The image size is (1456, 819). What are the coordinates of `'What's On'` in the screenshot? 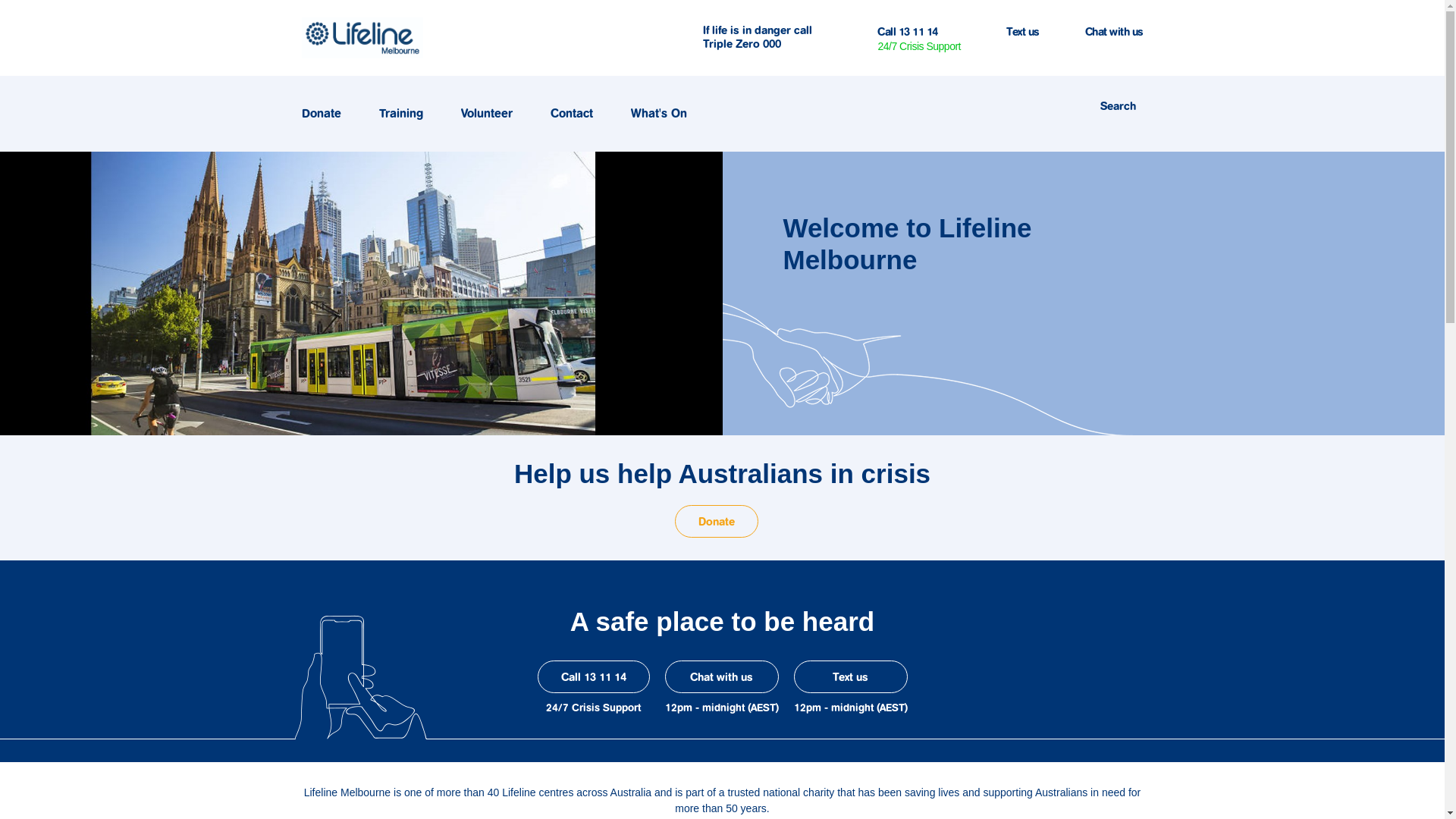 It's located at (666, 113).